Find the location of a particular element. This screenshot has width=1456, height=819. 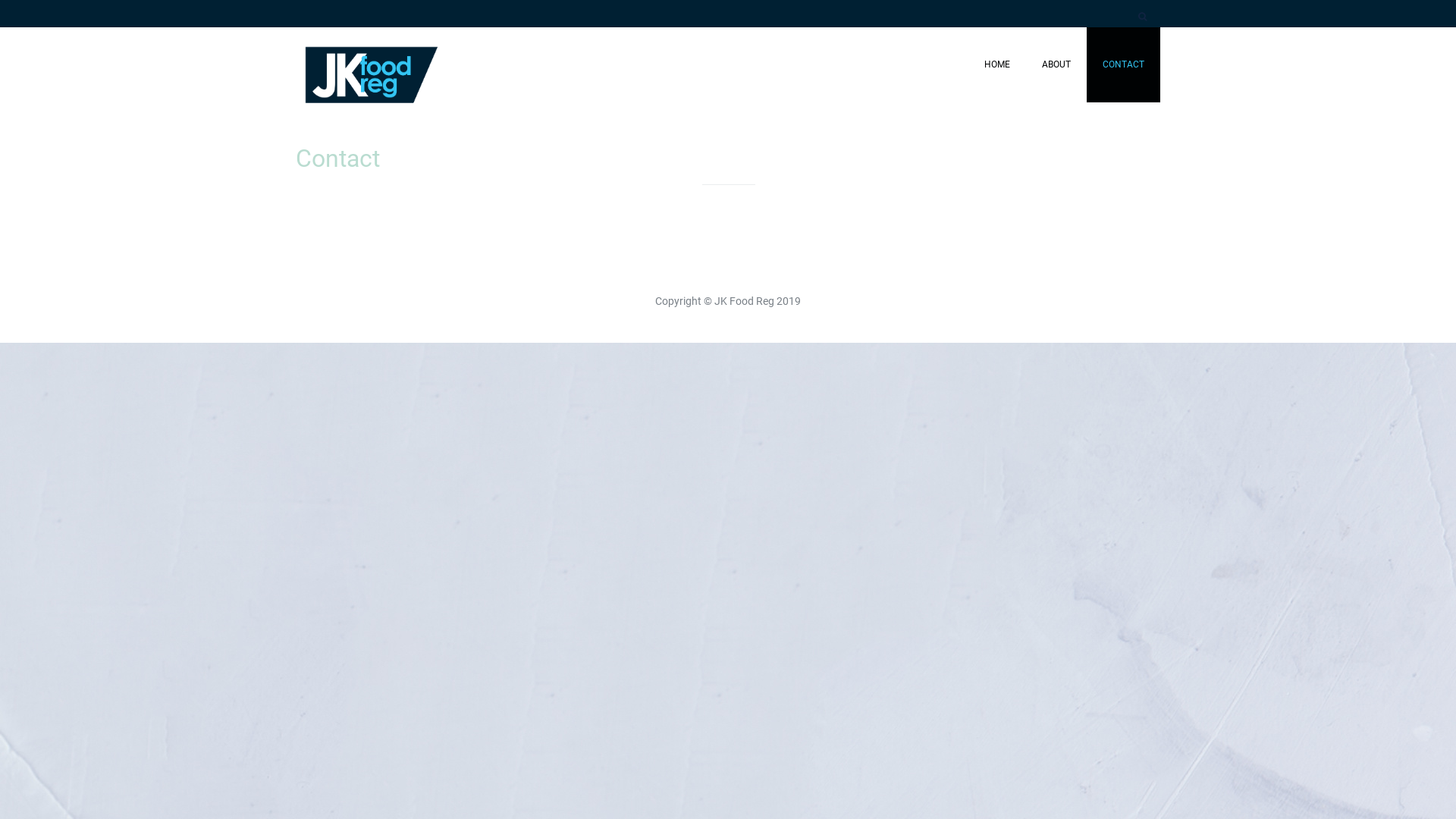

'CONTACT' is located at coordinates (1123, 64).